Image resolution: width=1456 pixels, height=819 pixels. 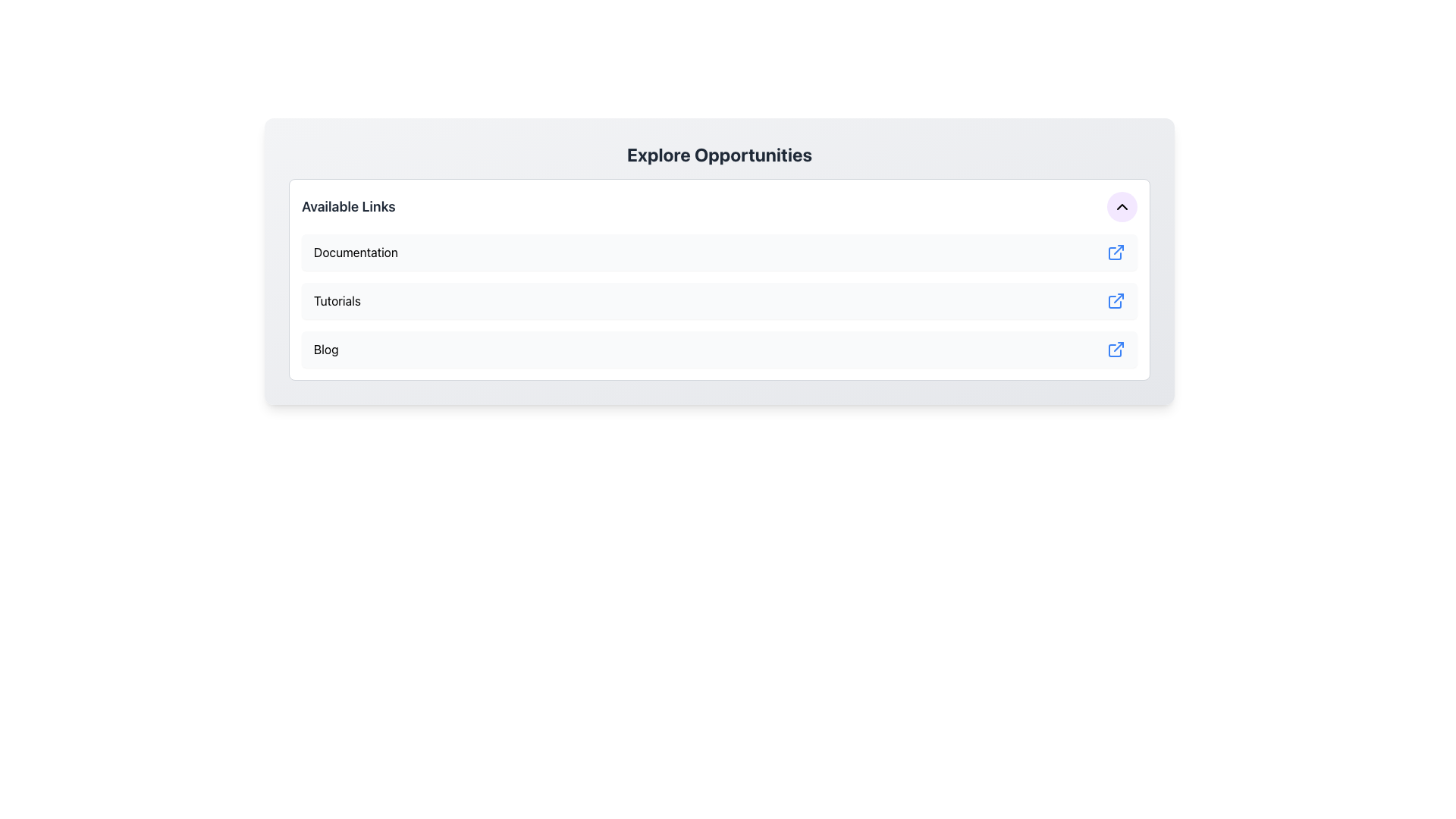 I want to click on the 'Tutorials' button, which is the middle item in a stacked group of three navigational buttons, to change its appearance, so click(x=719, y=301).